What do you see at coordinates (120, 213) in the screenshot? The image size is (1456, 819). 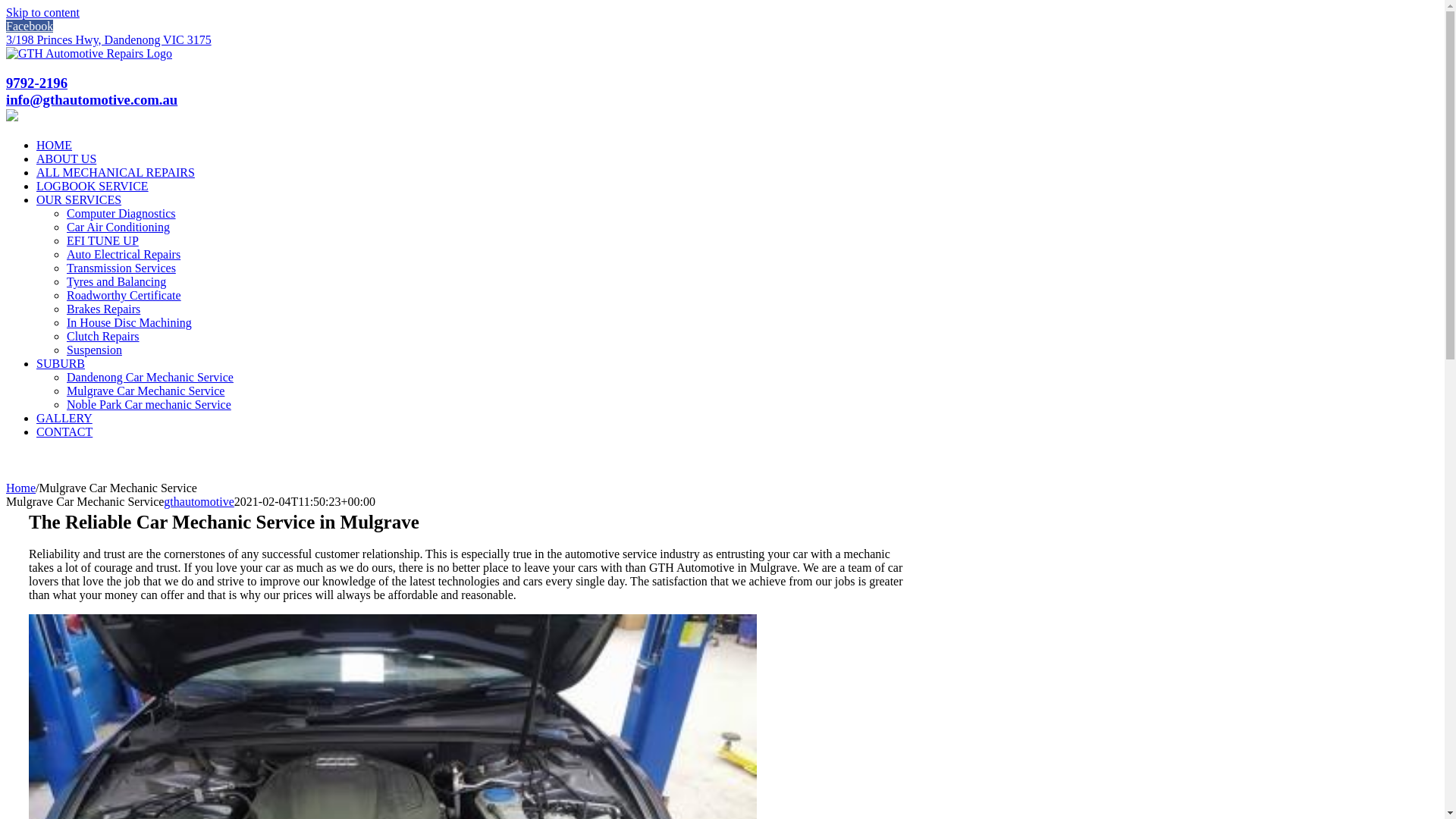 I see `'Computer Diagnostics'` at bounding box center [120, 213].